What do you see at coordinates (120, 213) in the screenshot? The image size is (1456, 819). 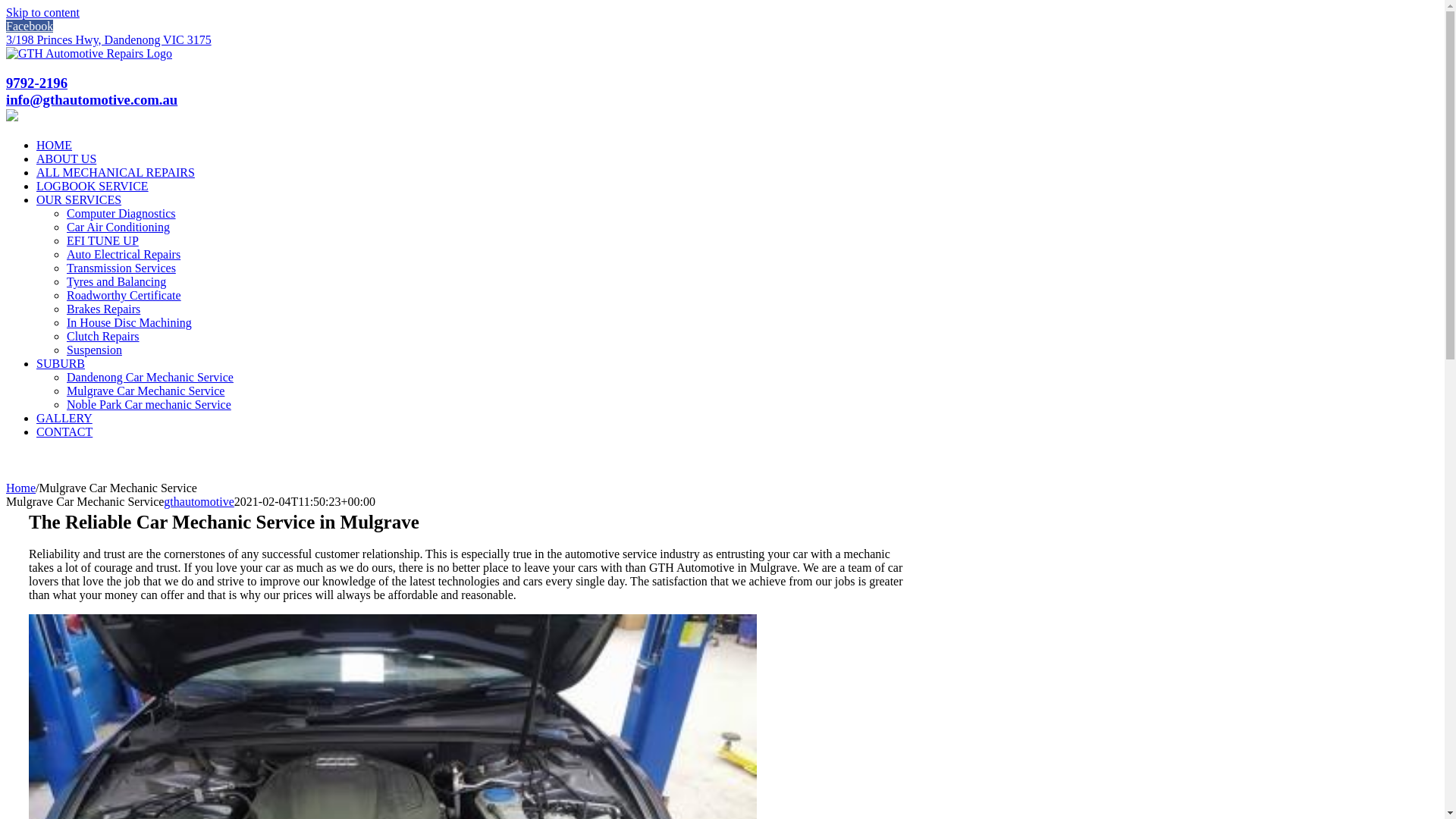 I see `'Computer Diagnostics'` at bounding box center [120, 213].